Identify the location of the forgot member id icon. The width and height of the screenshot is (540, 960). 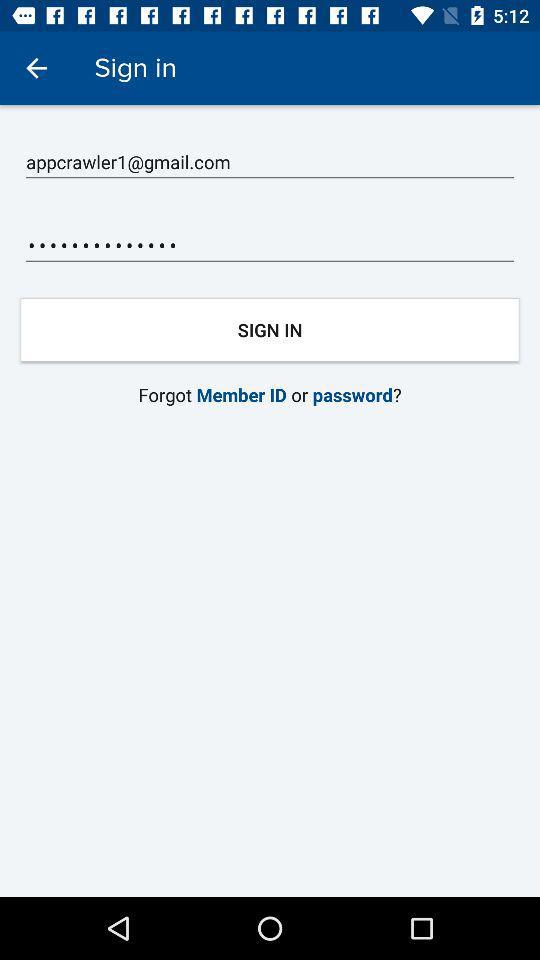
(270, 393).